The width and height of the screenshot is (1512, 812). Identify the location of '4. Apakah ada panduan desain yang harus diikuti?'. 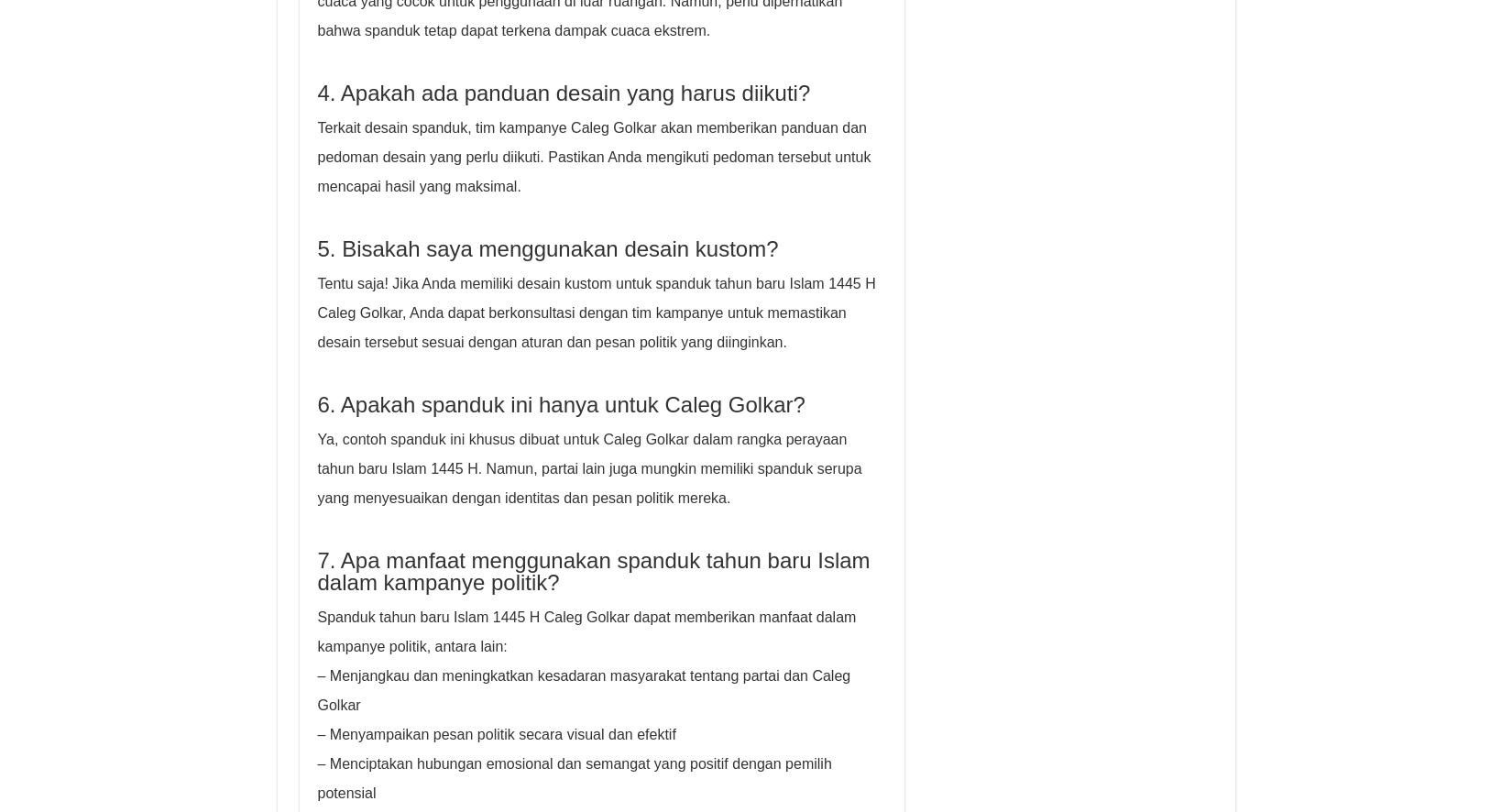
(562, 93).